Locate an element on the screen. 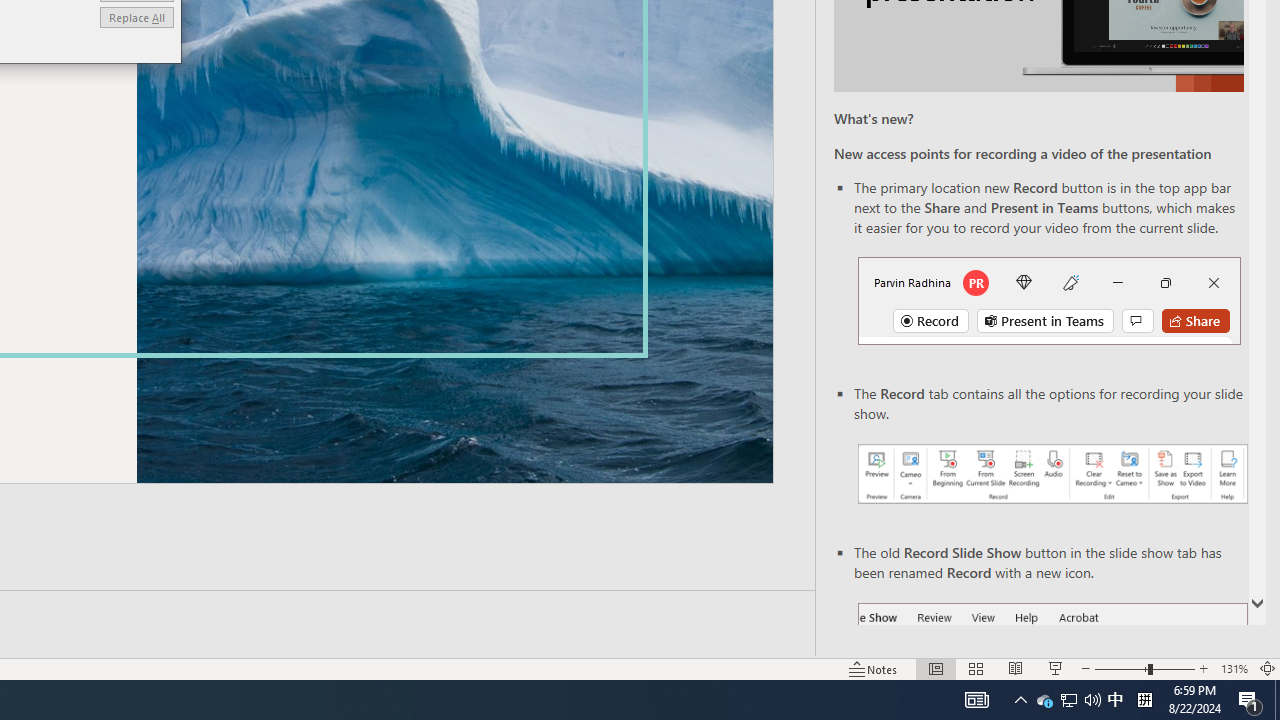 The width and height of the screenshot is (1280, 720). 'Record your presentations screenshot one' is located at coordinates (1051, 474).